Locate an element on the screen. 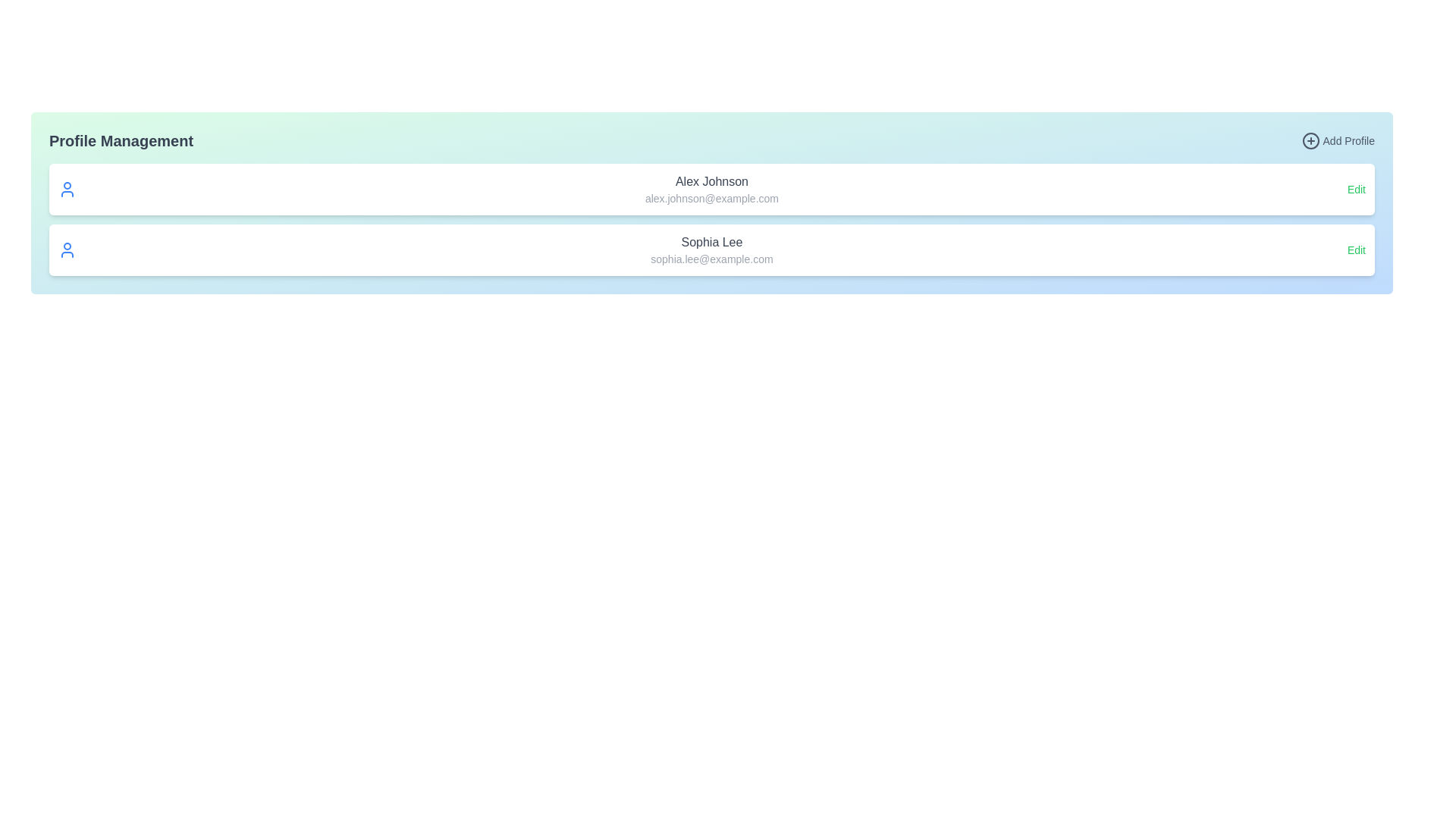 The width and height of the screenshot is (1456, 819). the text button for editing user information associated with 'Sophia Lee' and 'sophia.lee@example.com' is located at coordinates (1356, 249).